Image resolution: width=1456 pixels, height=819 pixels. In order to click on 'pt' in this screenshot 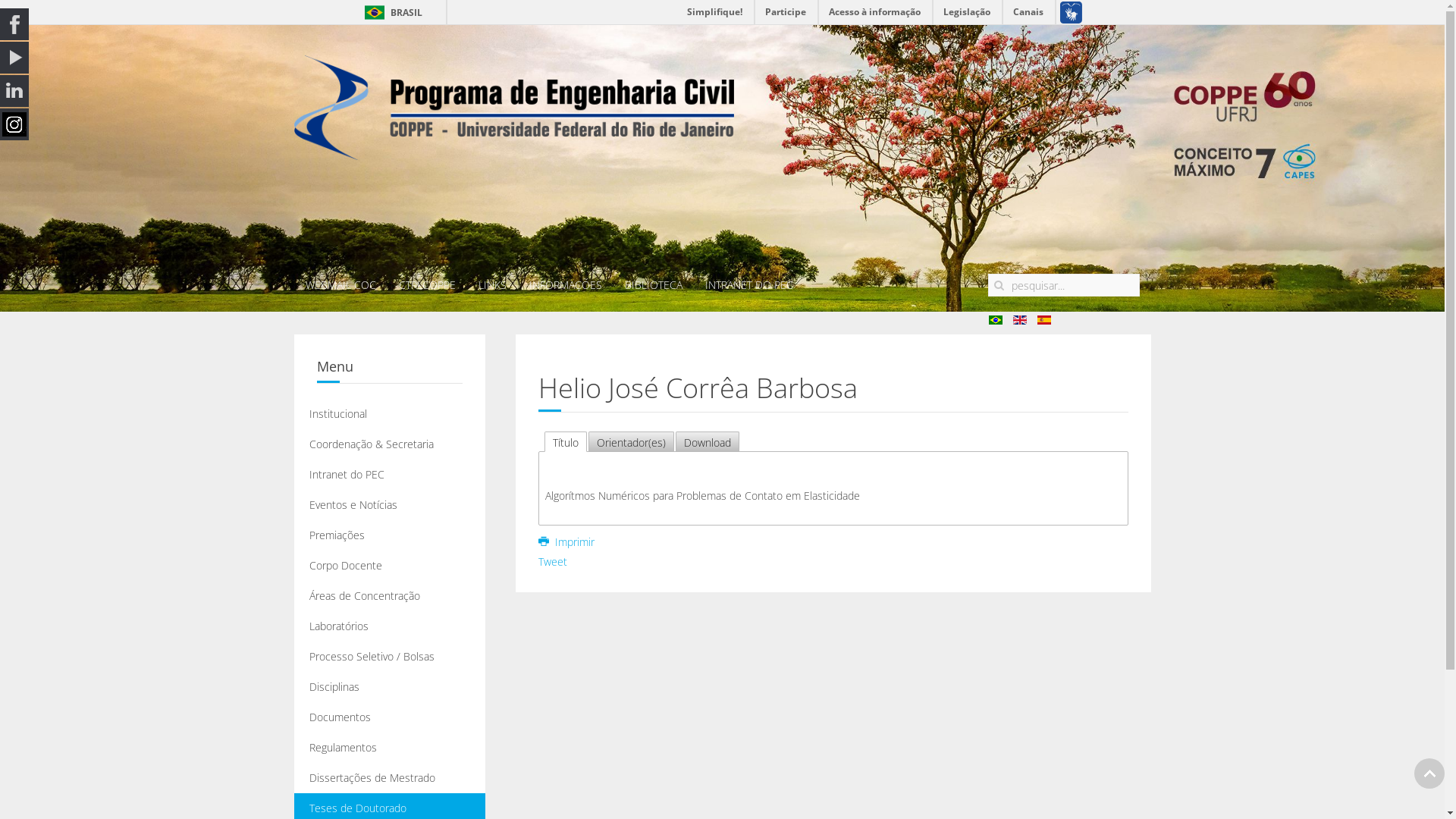, I will do `click(996, 318)`.